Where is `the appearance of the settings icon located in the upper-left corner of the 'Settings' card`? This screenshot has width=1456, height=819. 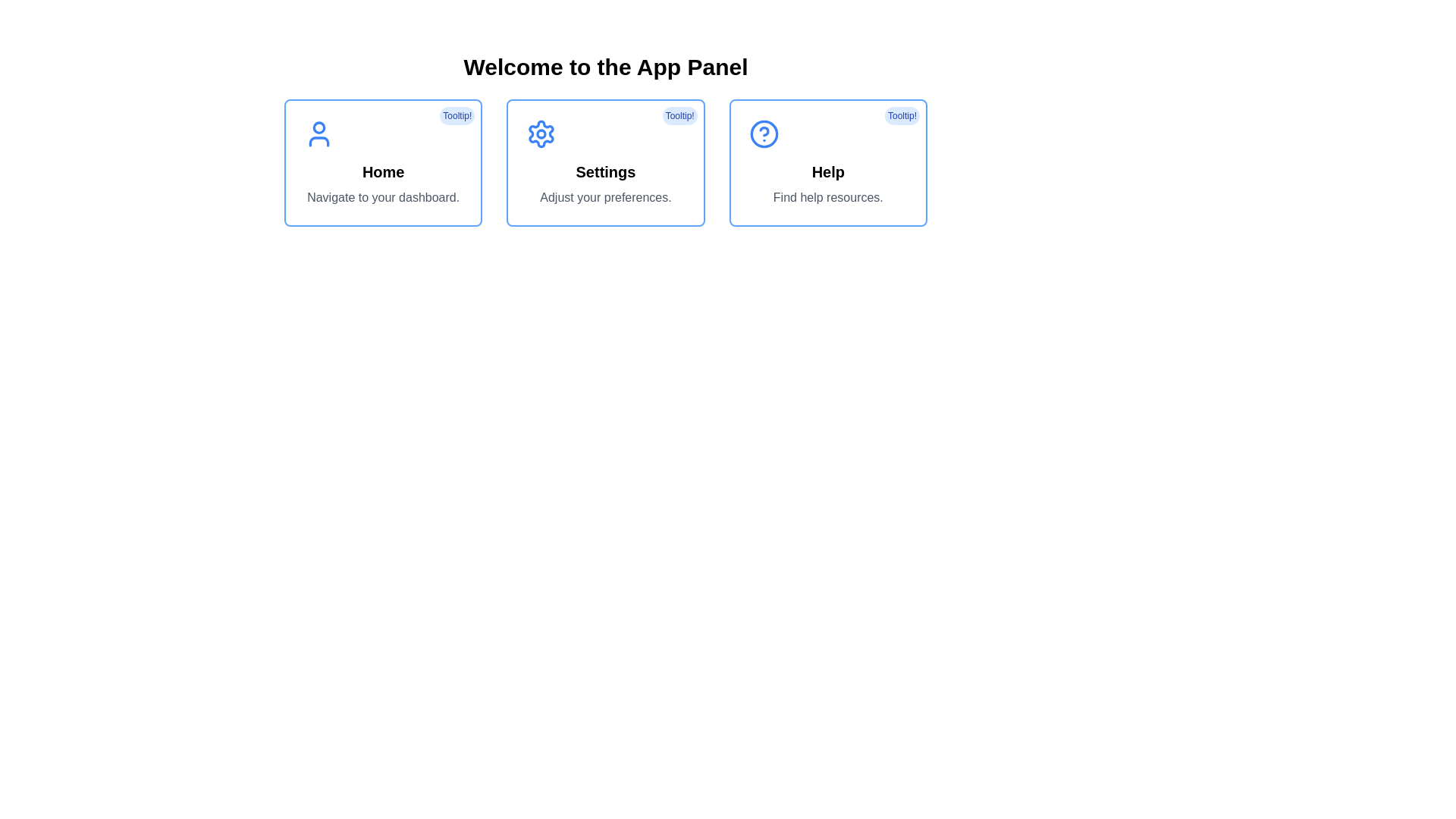 the appearance of the settings icon located in the upper-left corner of the 'Settings' card is located at coordinates (604, 133).